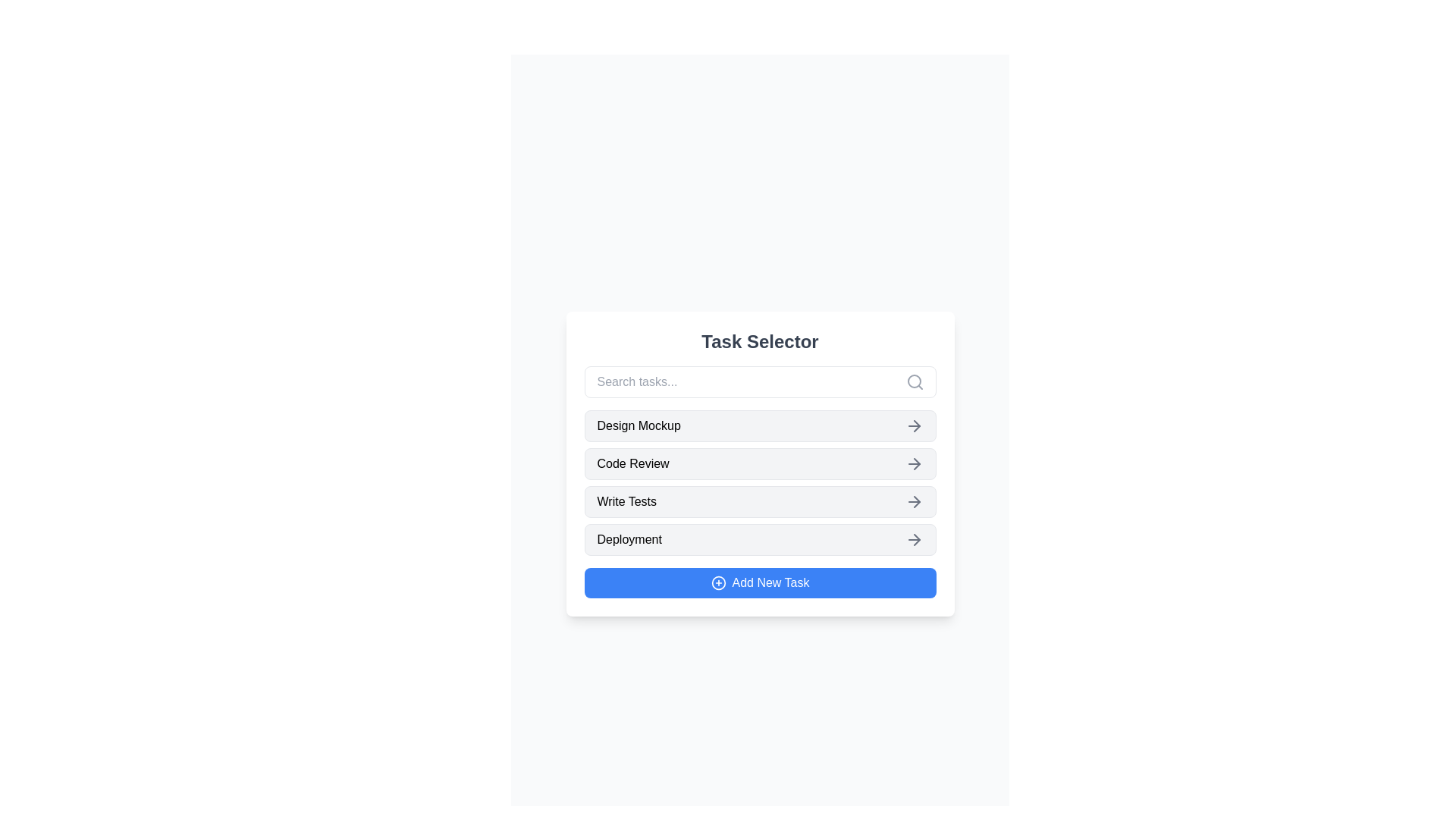  Describe the element at coordinates (717, 582) in the screenshot. I see `the circular icon in the blue 'Add New Task' button, which is located at the bottom of the task management interface` at that location.